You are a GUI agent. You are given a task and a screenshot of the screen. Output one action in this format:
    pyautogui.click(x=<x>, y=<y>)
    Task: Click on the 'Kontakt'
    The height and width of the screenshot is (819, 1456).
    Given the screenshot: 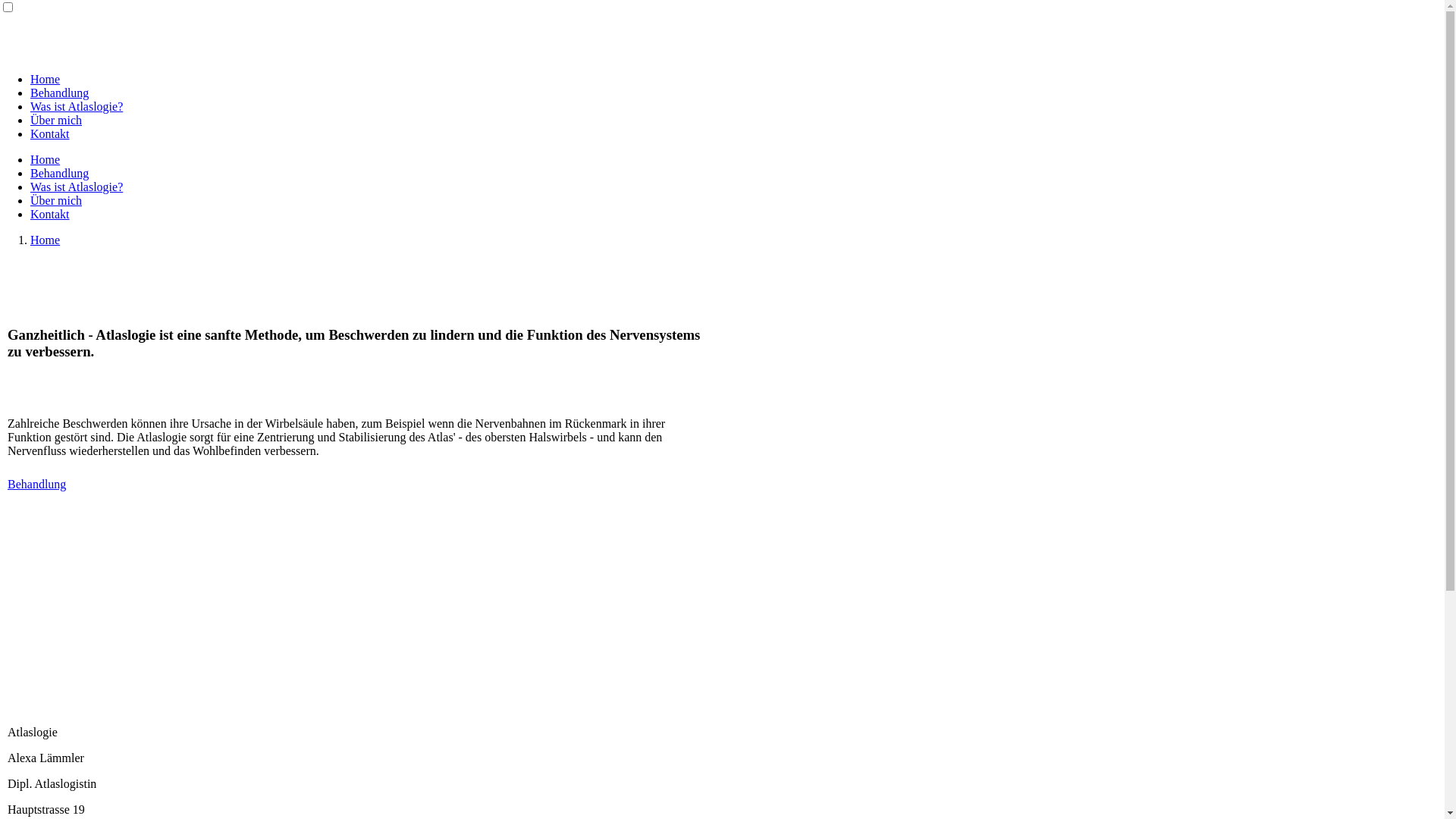 What is the action you would take?
    pyautogui.click(x=50, y=214)
    